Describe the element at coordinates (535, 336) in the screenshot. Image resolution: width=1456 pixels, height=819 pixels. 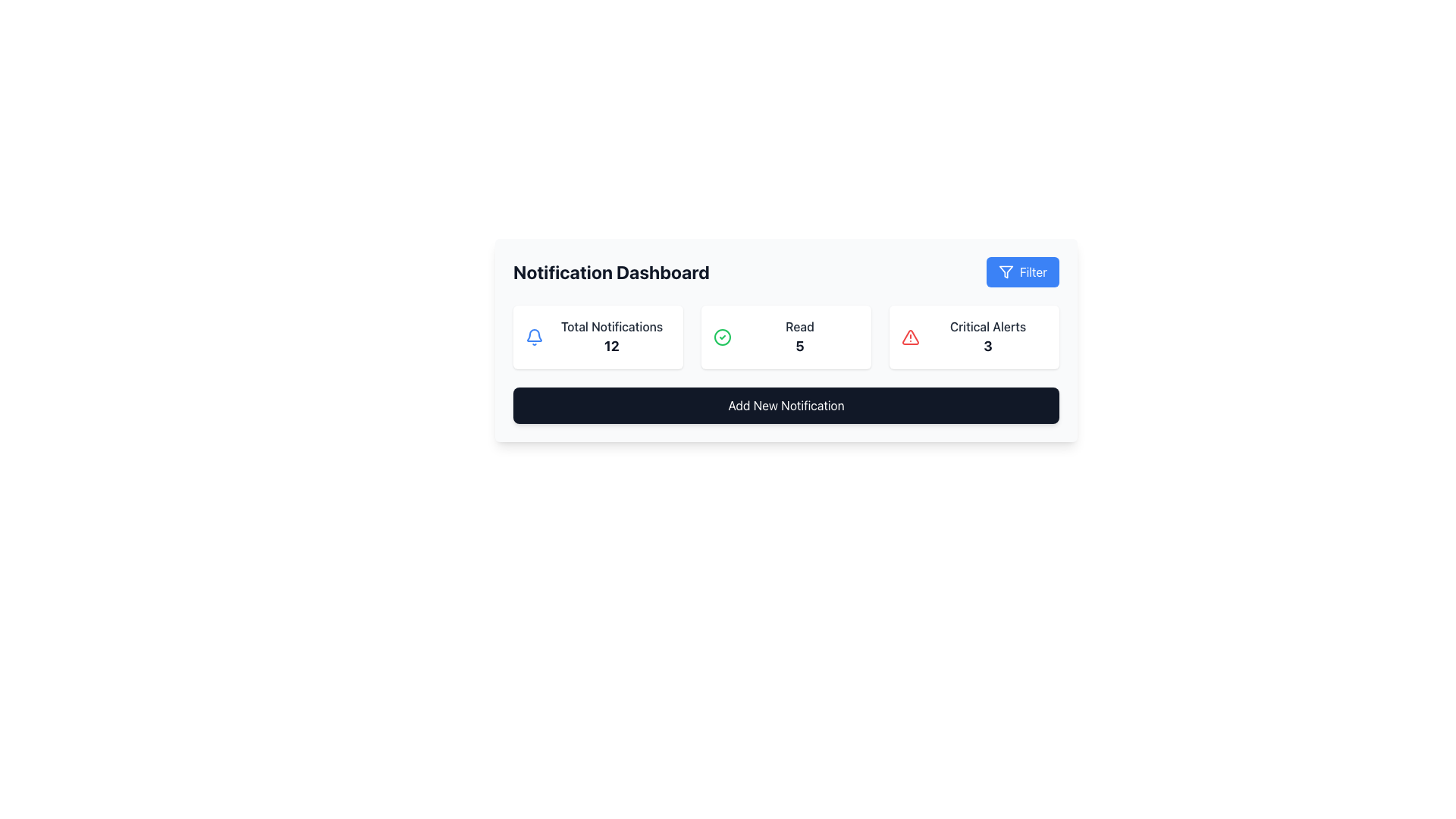
I see `the notification information associated with the blue bell icon representing notifications, located within the 'Total Notifications' card on the left side of the main notification panel` at that location.